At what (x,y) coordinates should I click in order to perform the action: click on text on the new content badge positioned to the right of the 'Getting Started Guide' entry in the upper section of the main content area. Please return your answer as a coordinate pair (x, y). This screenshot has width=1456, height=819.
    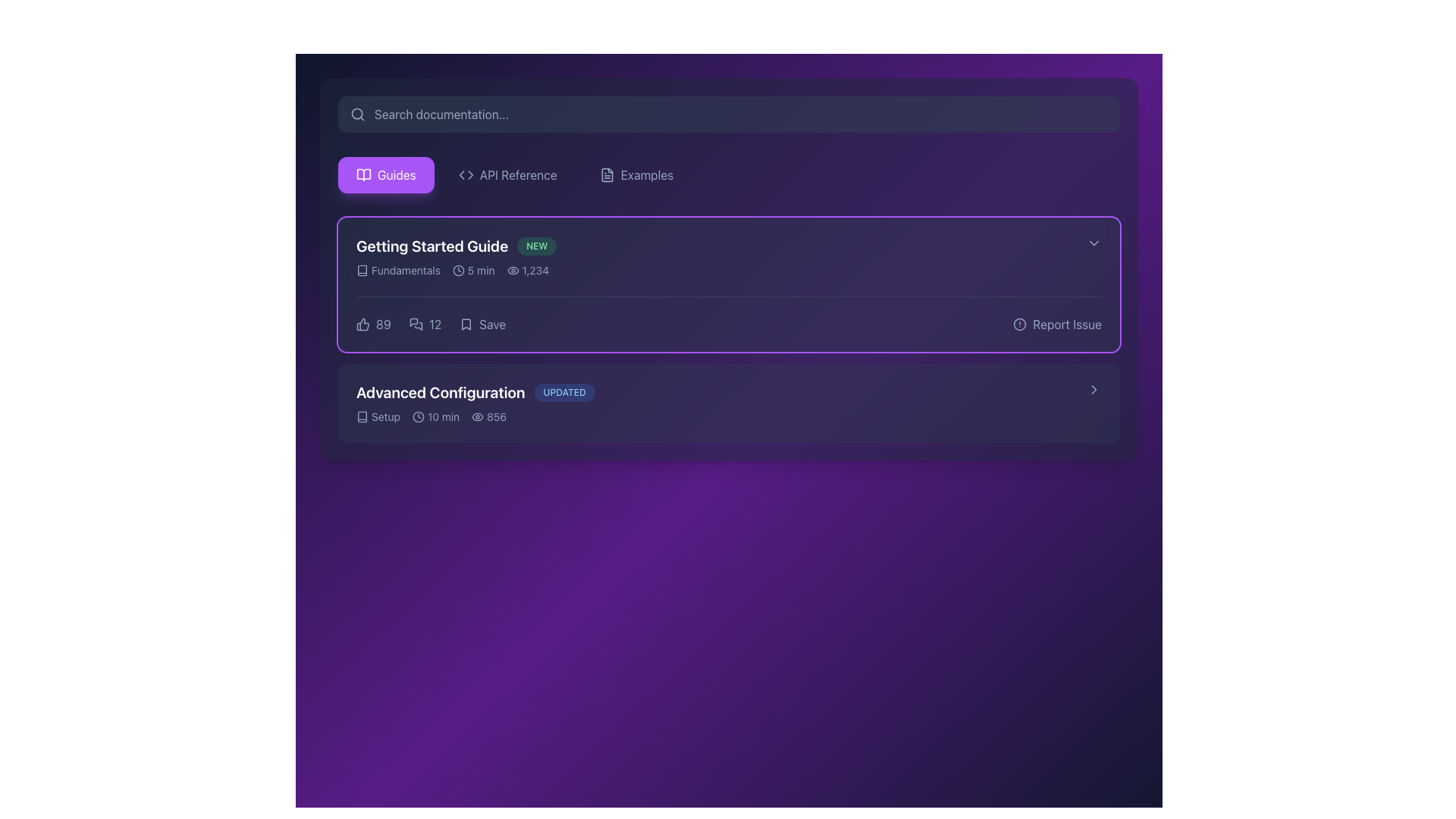
    Looking at the image, I should click on (537, 245).